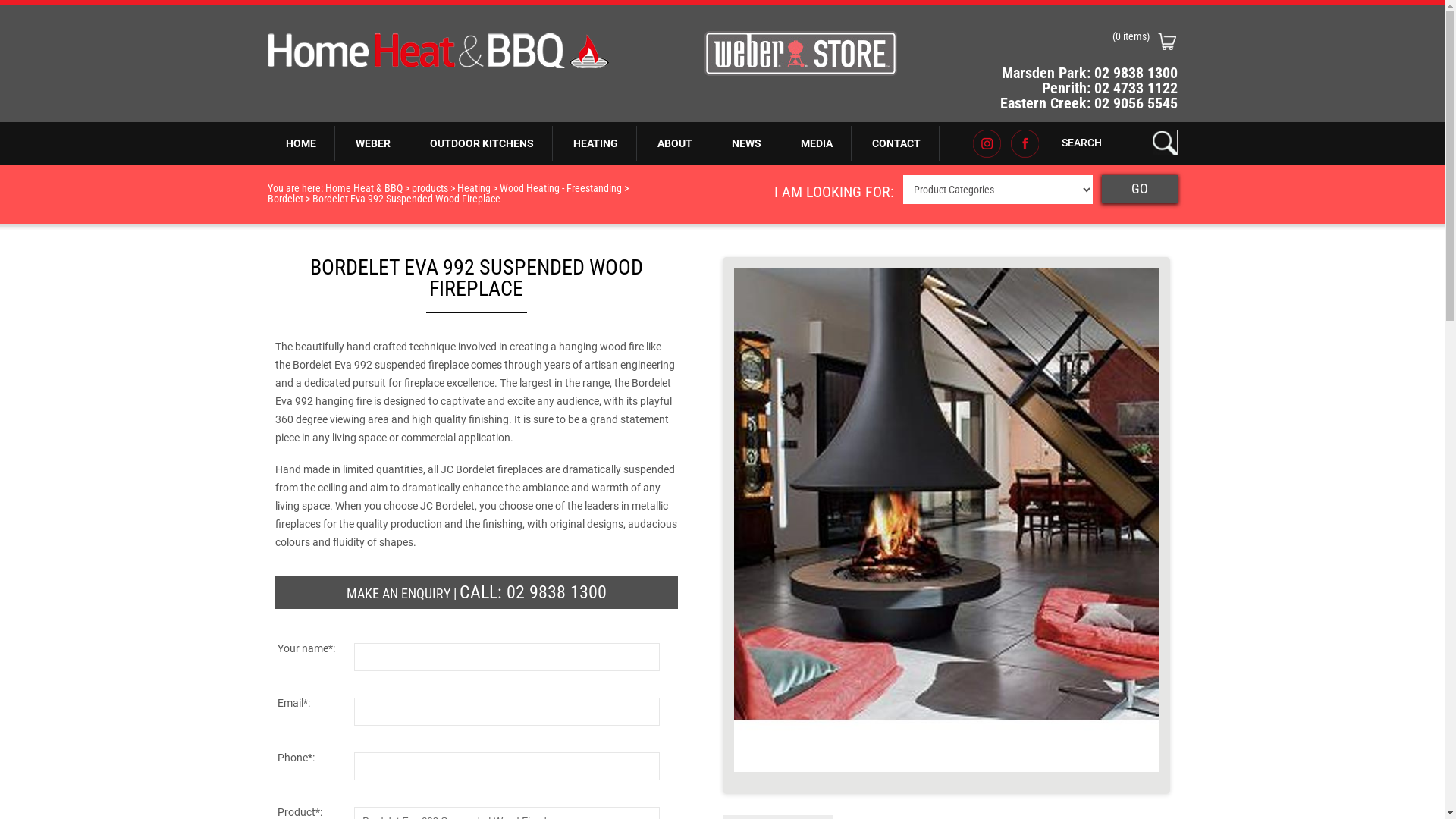  I want to click on 'GO', so click(1139, 188).